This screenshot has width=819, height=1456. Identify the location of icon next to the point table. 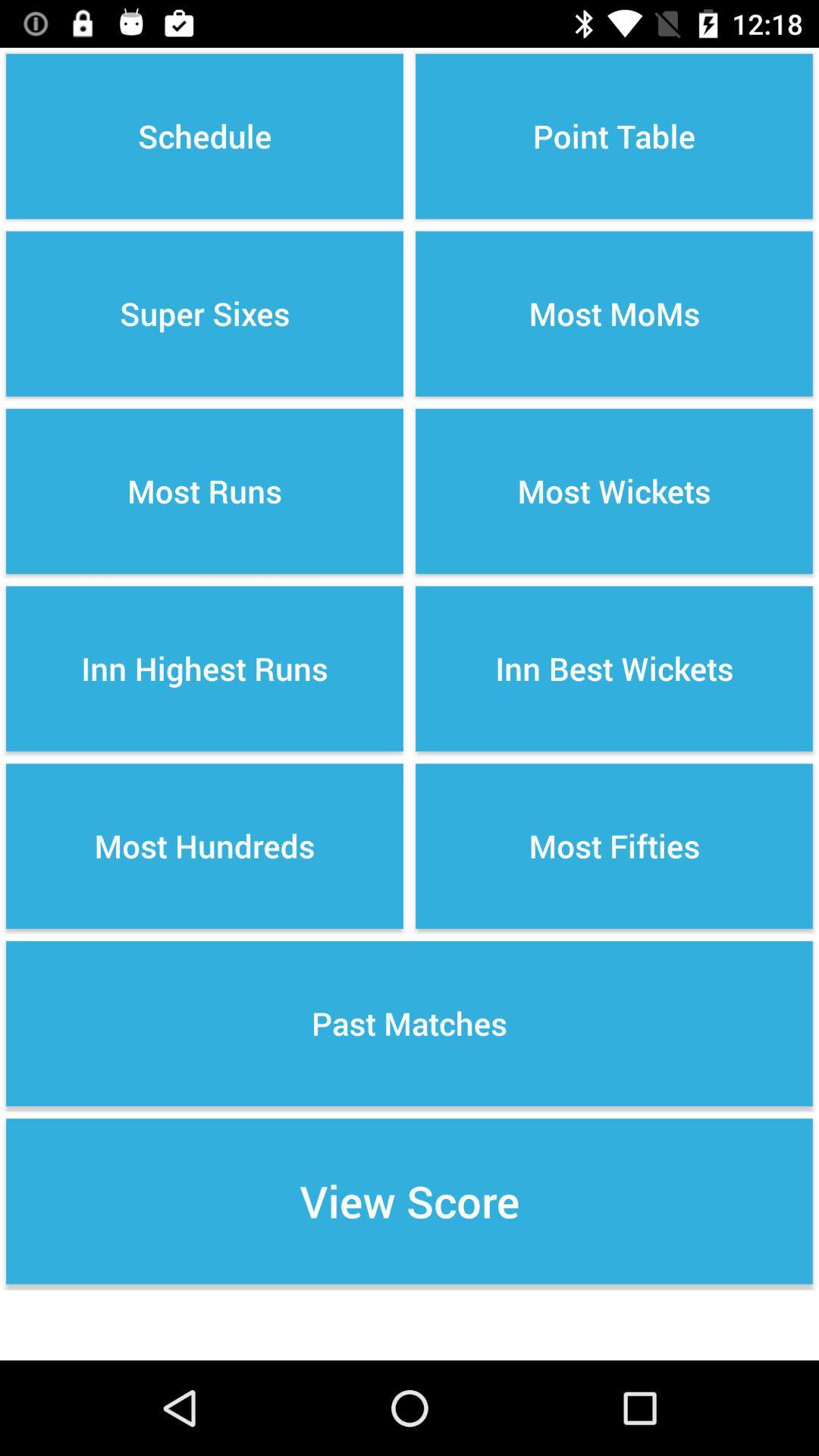
(205, 136).